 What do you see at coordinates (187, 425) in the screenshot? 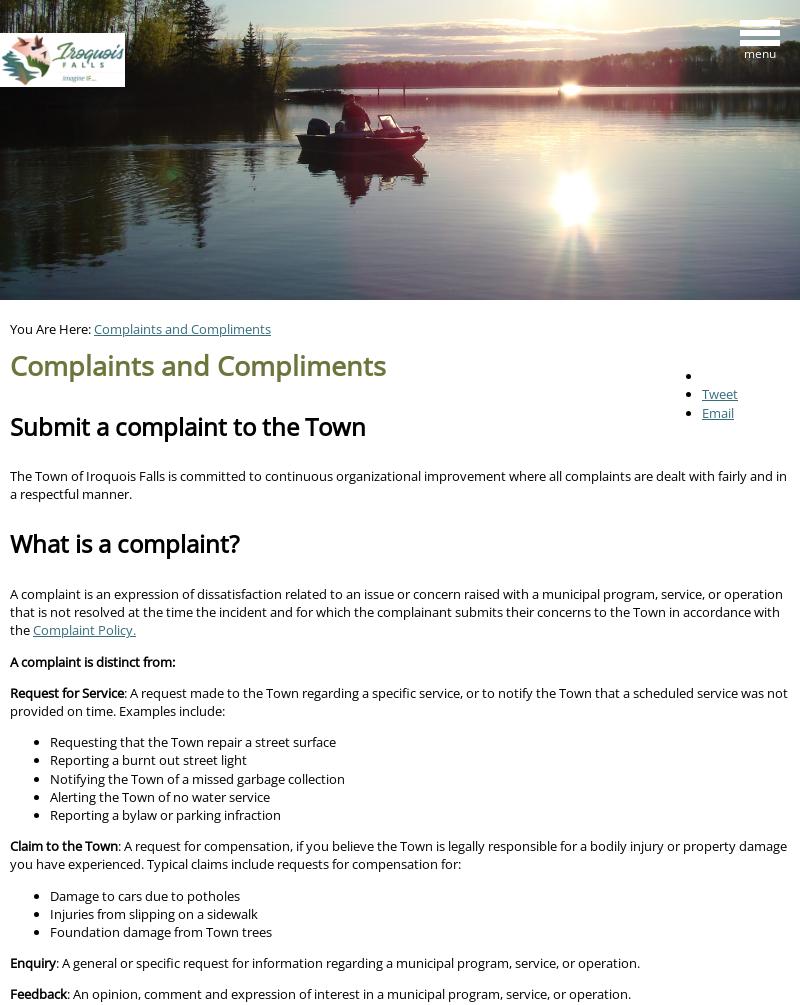
I see `'Submit a complaint to the Town'` at bounding box center [187, 425].